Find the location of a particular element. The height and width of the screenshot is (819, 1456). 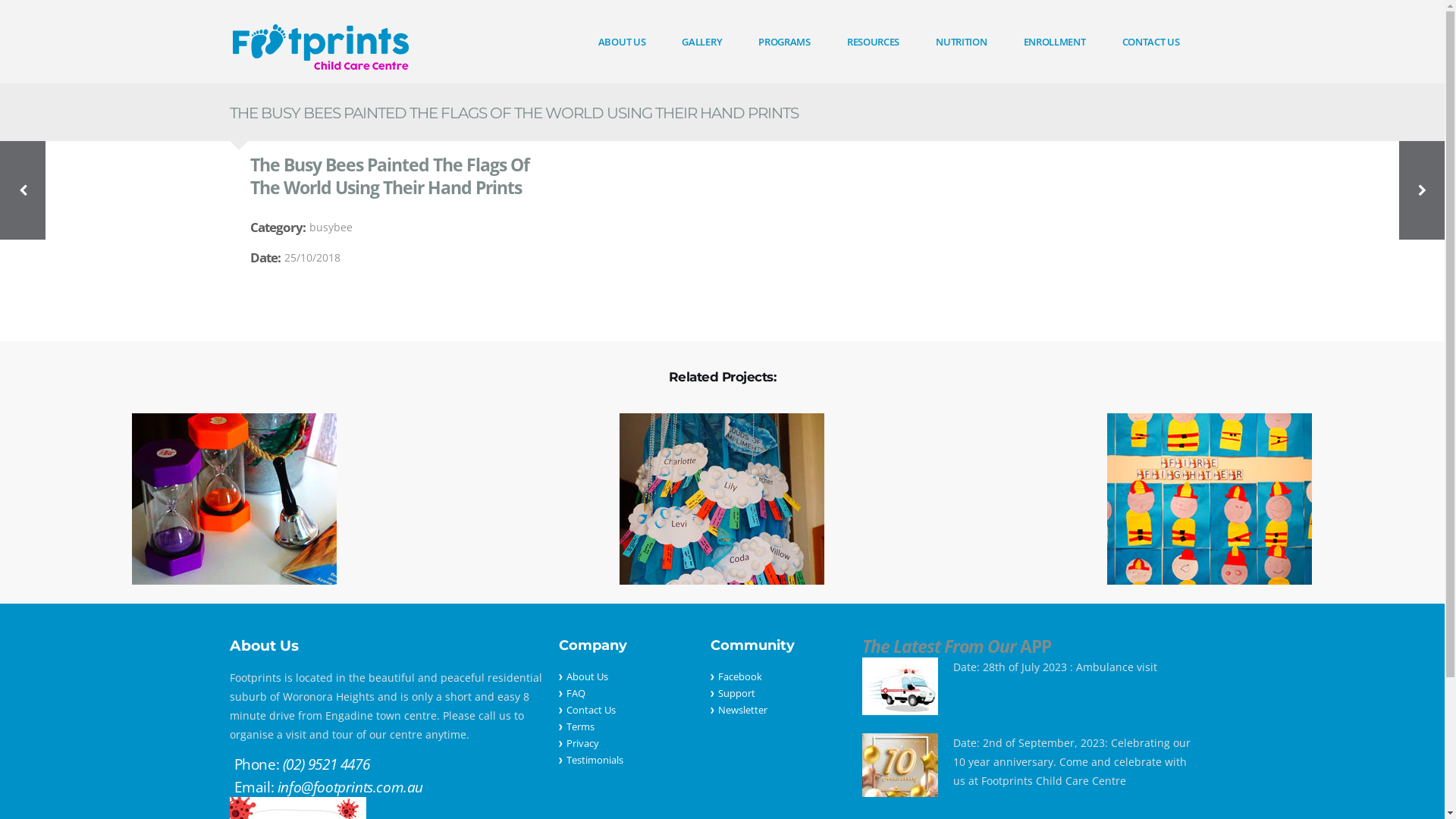

'Newsletter' is located at coordinates (716, 710).